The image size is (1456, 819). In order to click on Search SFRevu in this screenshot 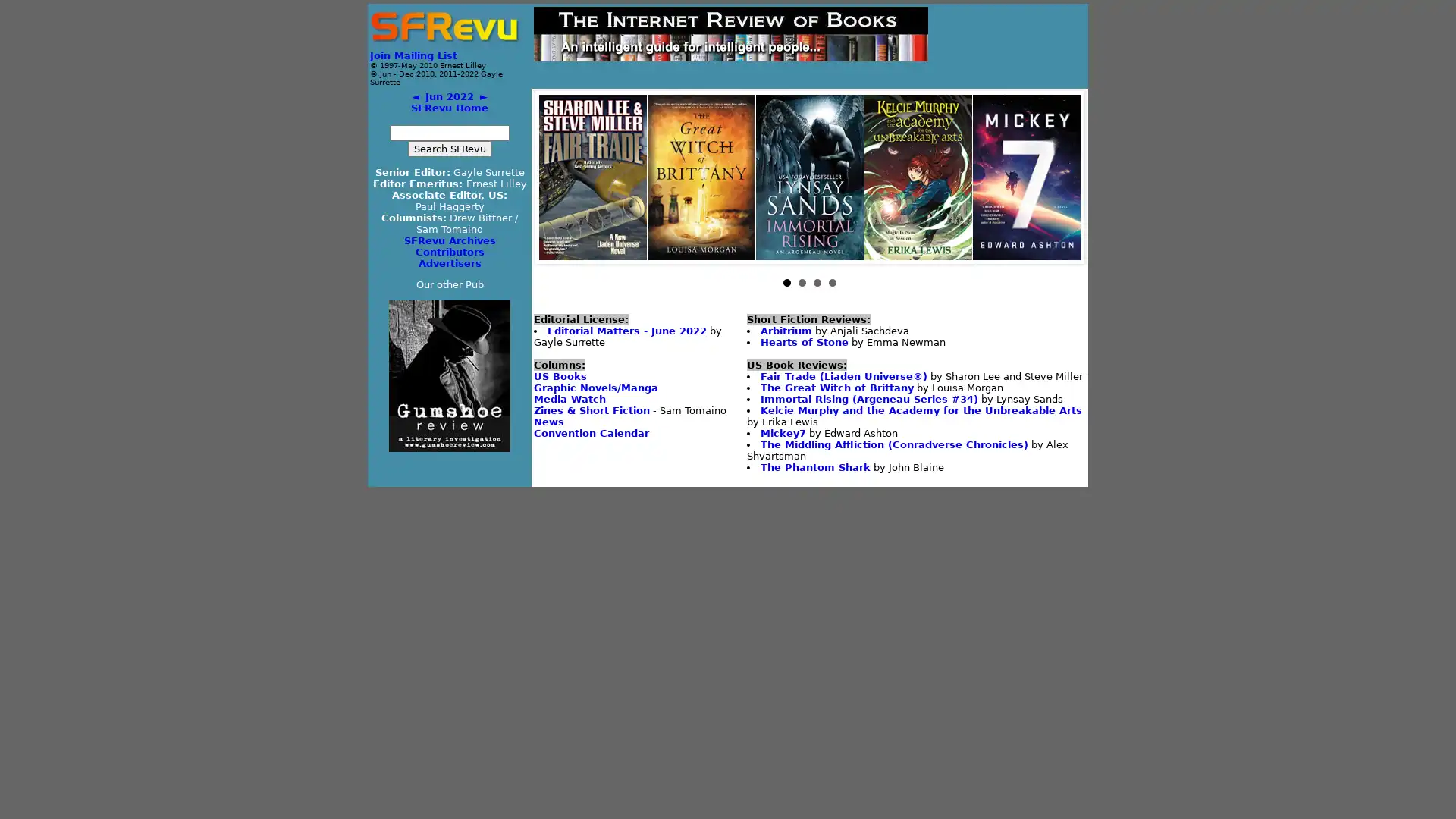, I will do `click(448, 148)`.